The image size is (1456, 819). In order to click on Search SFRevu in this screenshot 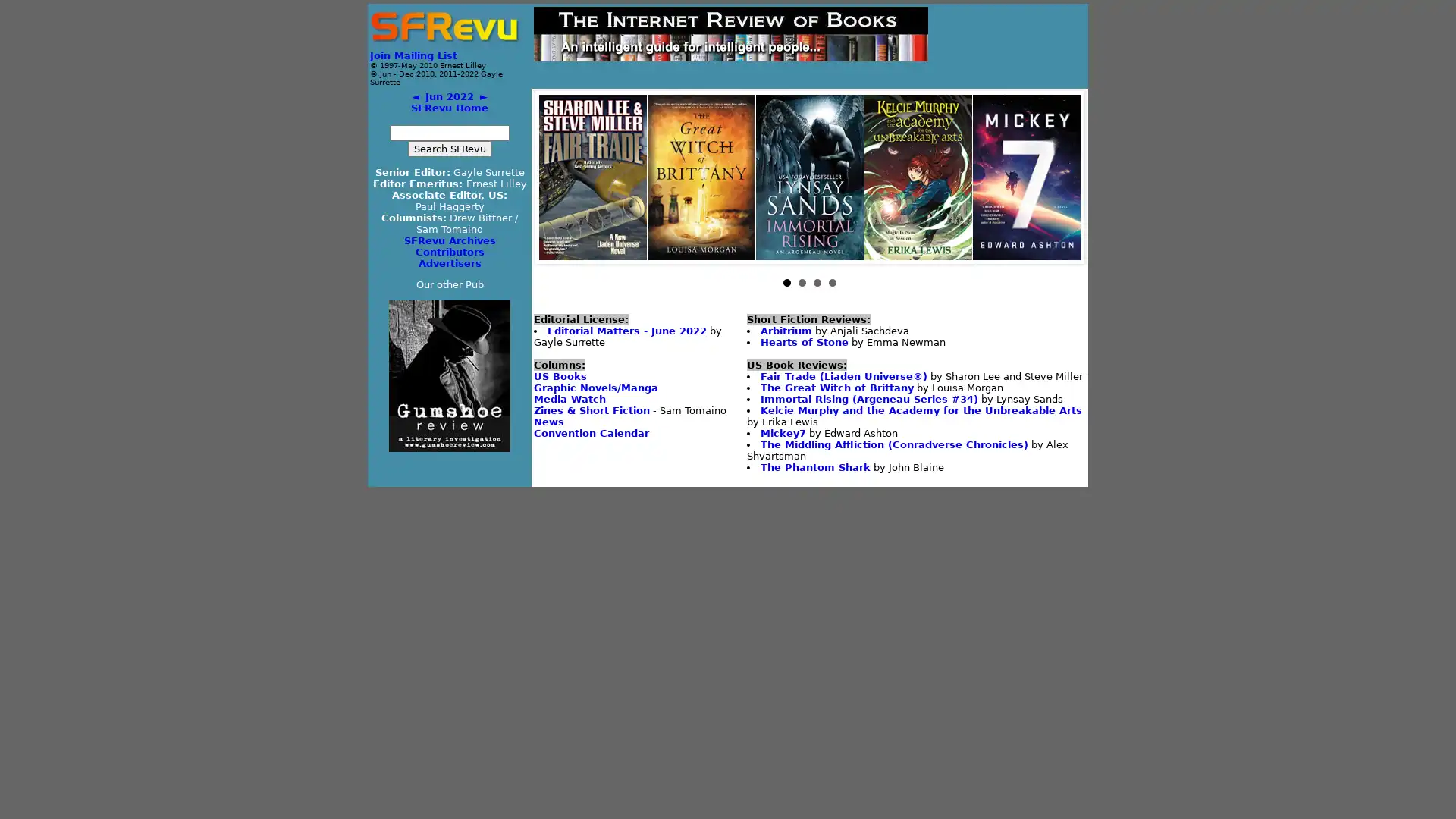, I will do `click(448, 148)`.